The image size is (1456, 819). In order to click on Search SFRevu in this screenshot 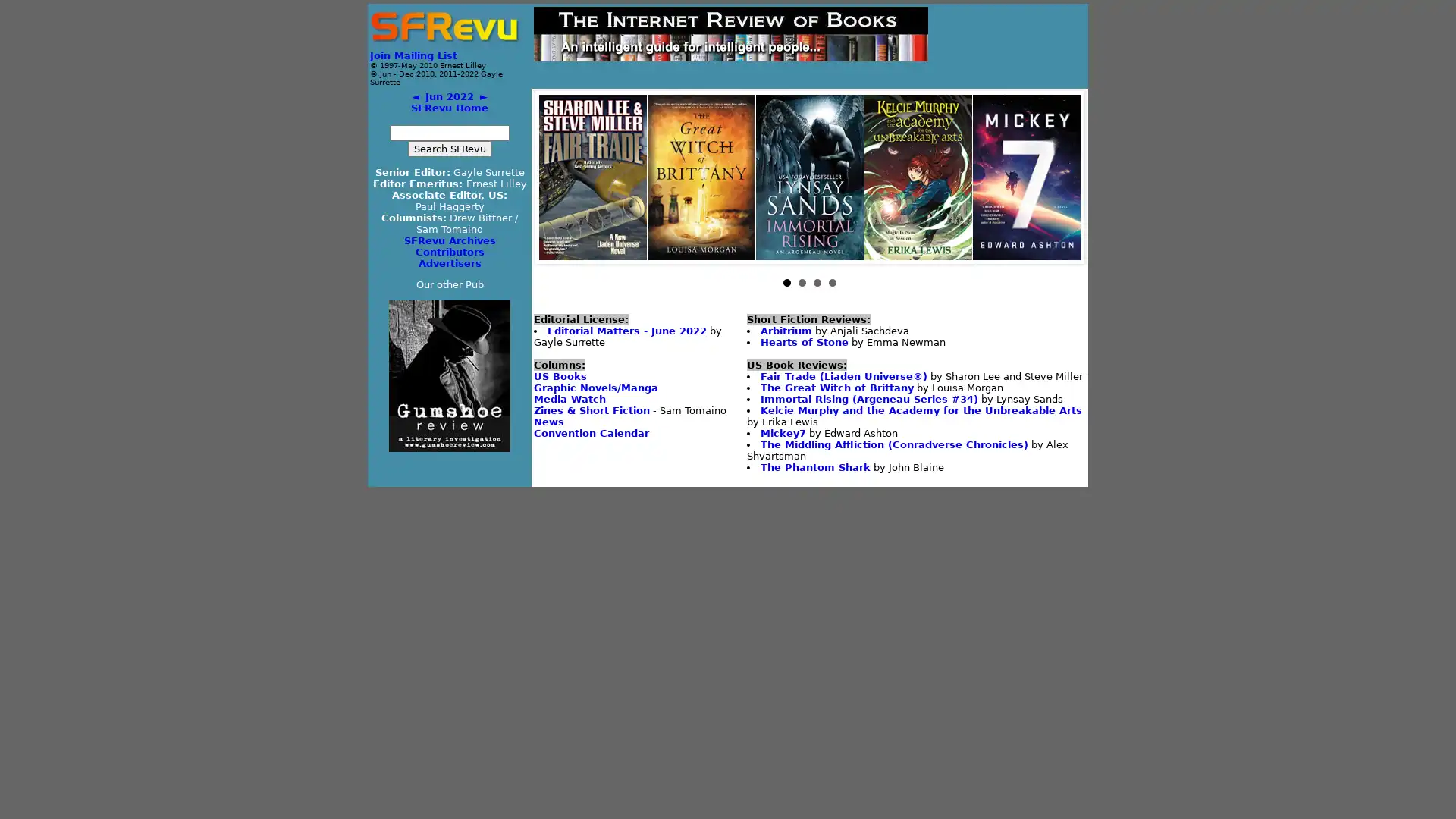, I will do `click(448, 148)`.